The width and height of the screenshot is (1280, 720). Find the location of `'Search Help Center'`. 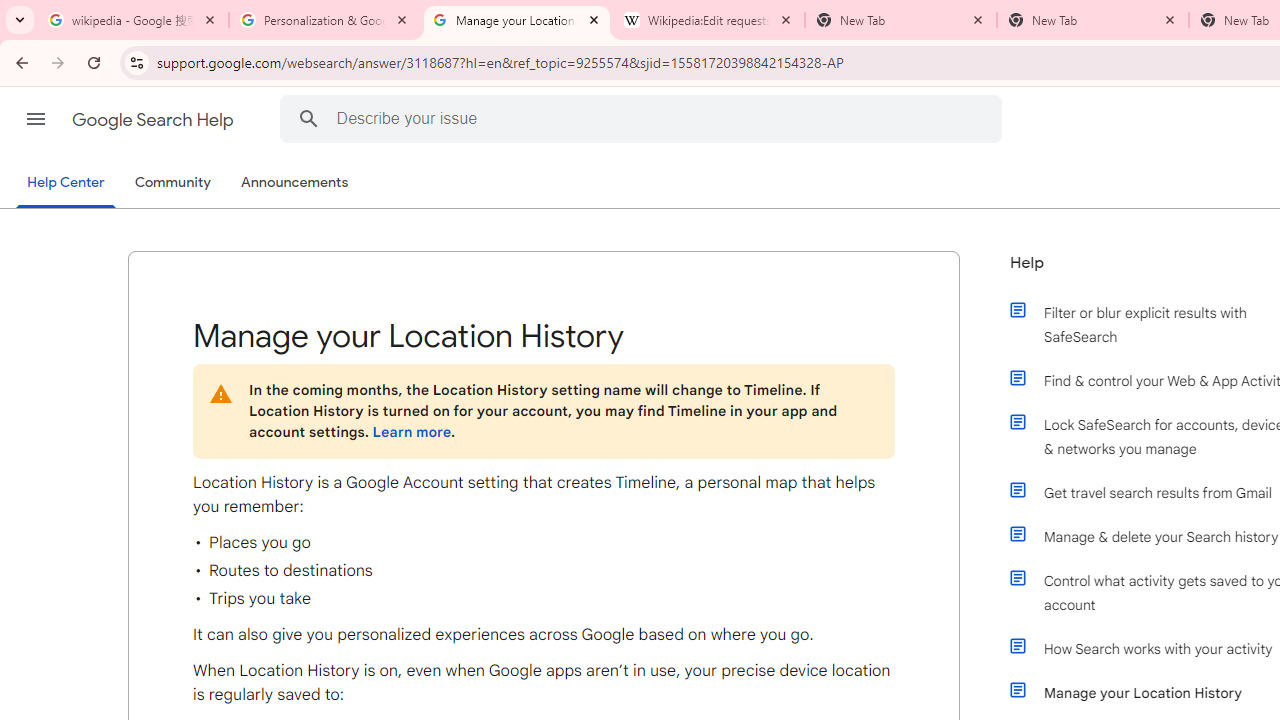

'Search Help Center' is located at coordinates (307, 118).